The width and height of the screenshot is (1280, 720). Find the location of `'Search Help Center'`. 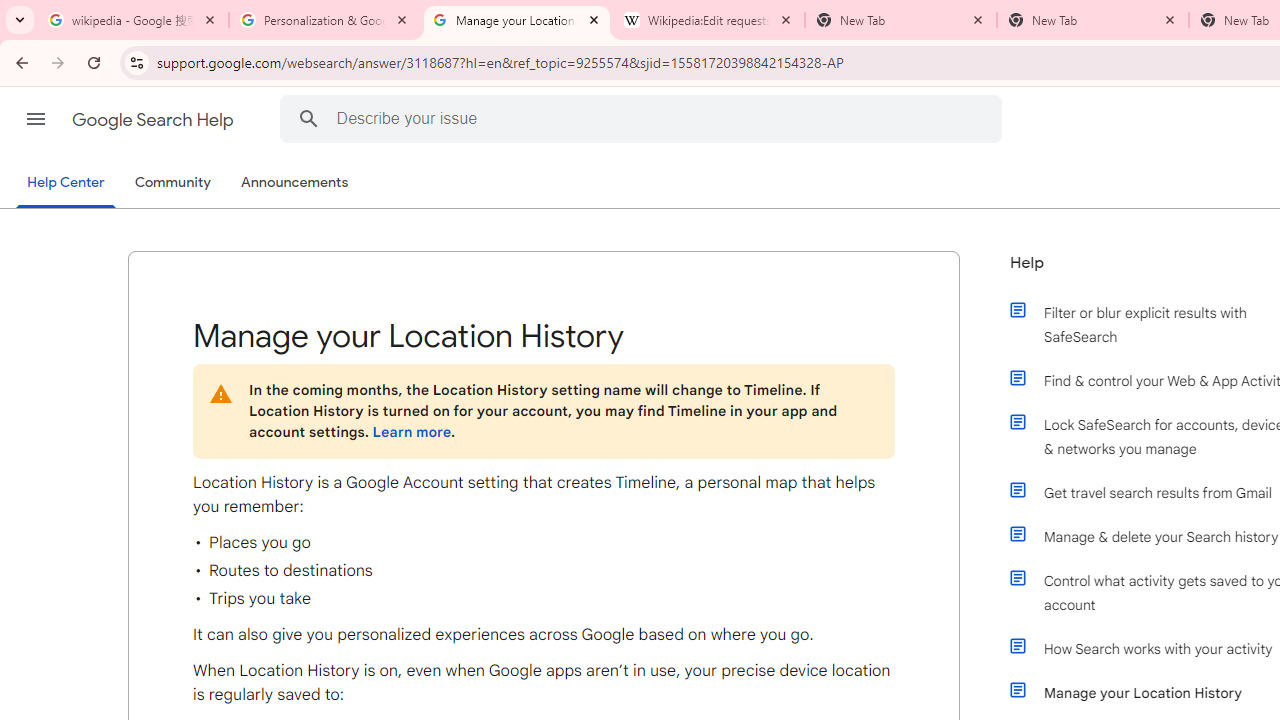

'Search Help Center' is located at coordinates (307, 118).